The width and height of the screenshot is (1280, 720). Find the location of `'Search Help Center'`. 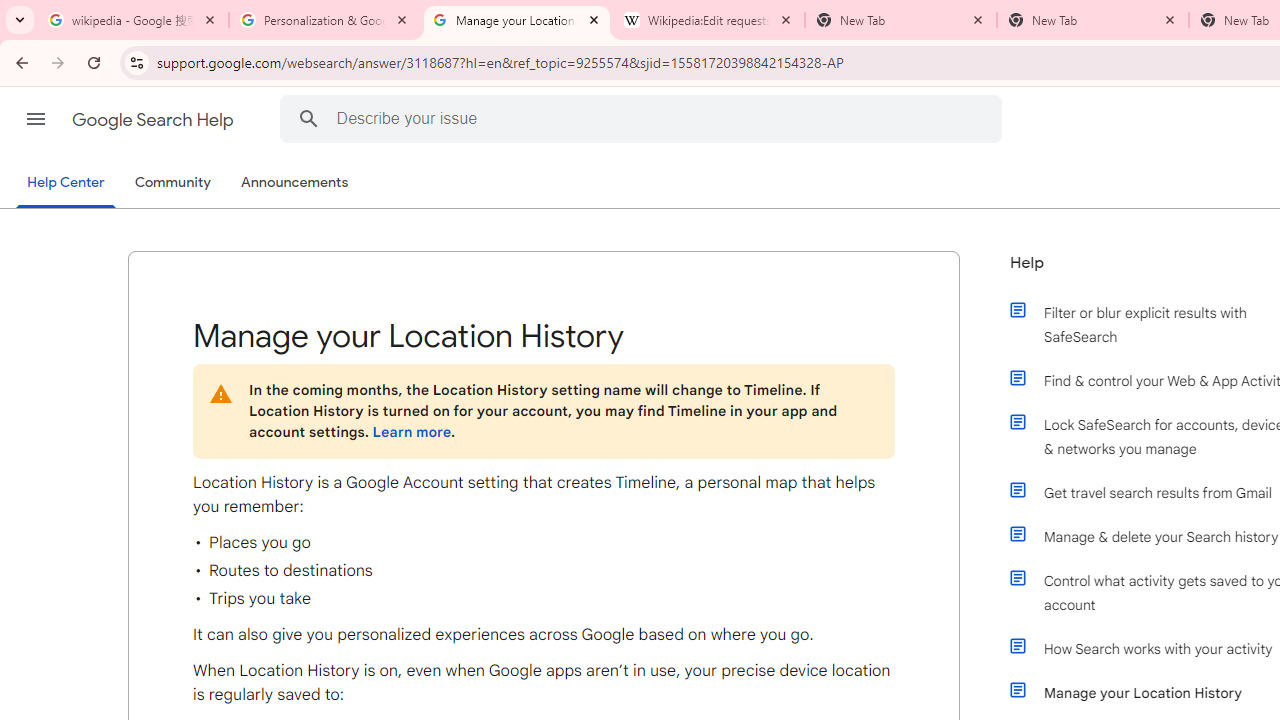

'Search Help Center' is located at coordinates (307, 118).